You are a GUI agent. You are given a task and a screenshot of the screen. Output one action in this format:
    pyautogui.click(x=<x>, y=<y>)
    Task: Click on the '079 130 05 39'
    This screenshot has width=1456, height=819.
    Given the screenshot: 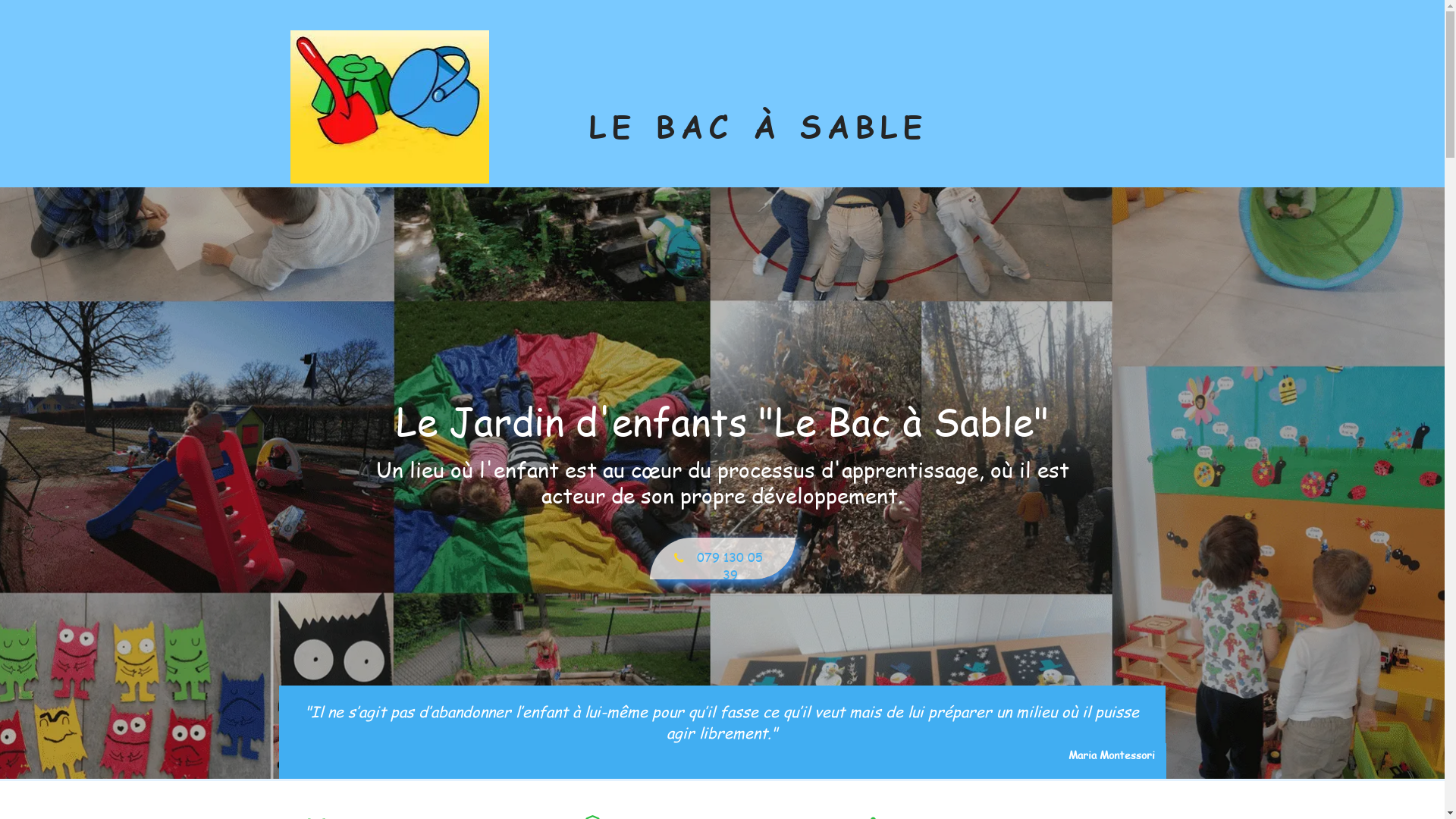 What is the action you would take?
    pyautogui.click(x=720, y=558)
    